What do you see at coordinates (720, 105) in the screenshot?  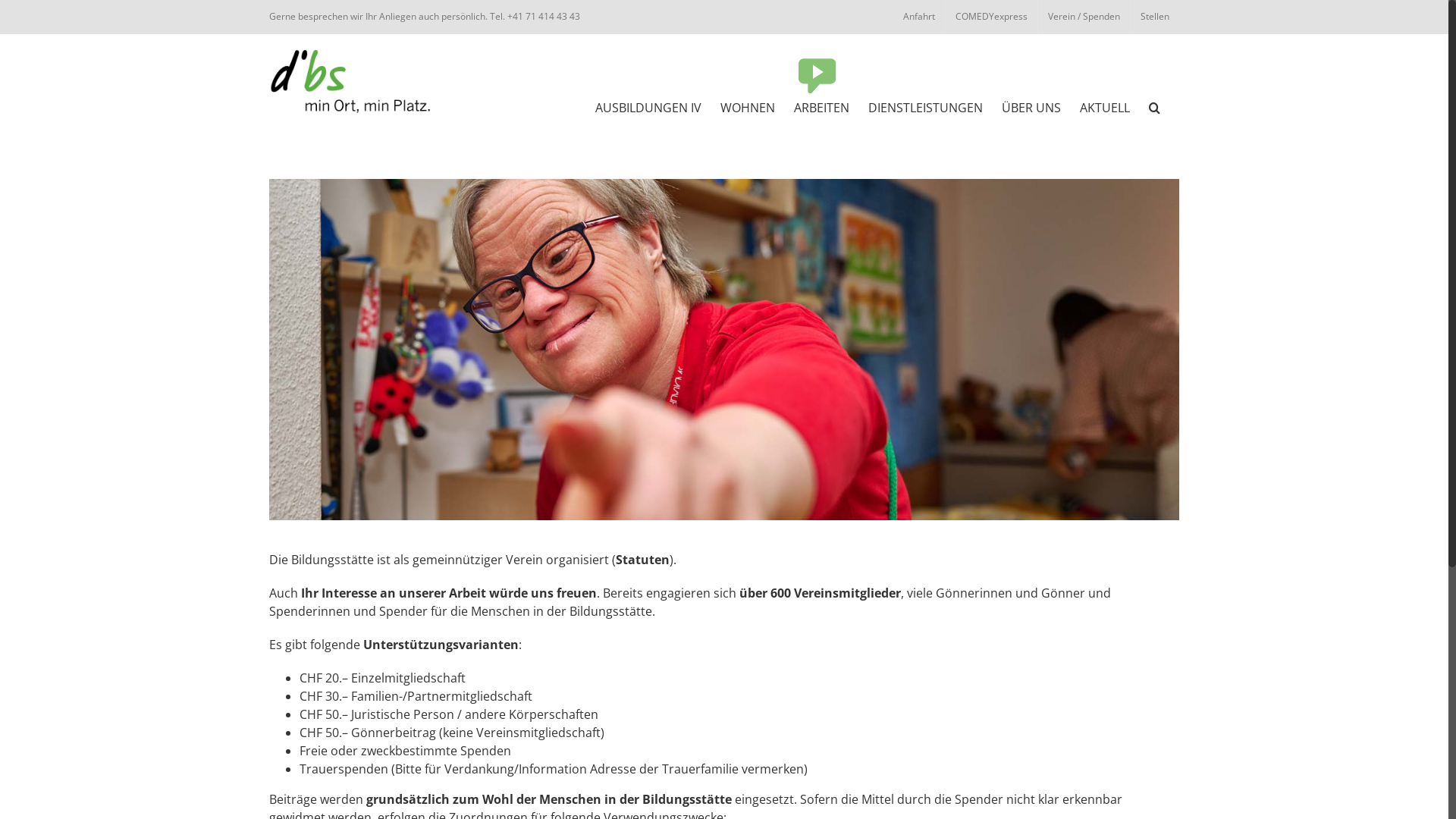 I see `'WOHNEN'` at bounding box center [720, 105].